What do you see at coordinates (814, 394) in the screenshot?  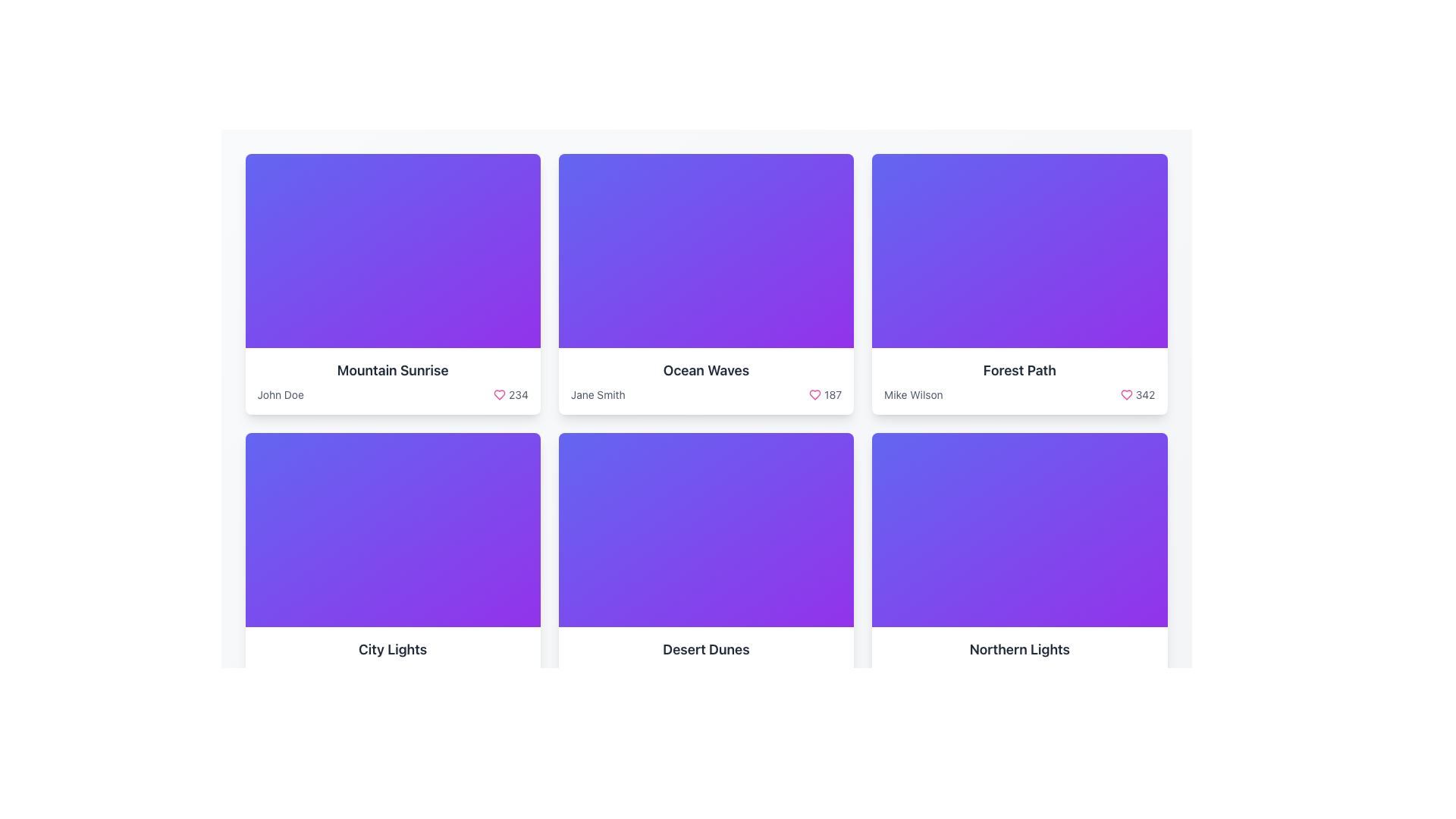 I see `the heart-shaped icon styled in pink located in the bottom-right area of the 'Ocean Waves' card to view its visual state change upon interaction` at bounding box center [814, 394].